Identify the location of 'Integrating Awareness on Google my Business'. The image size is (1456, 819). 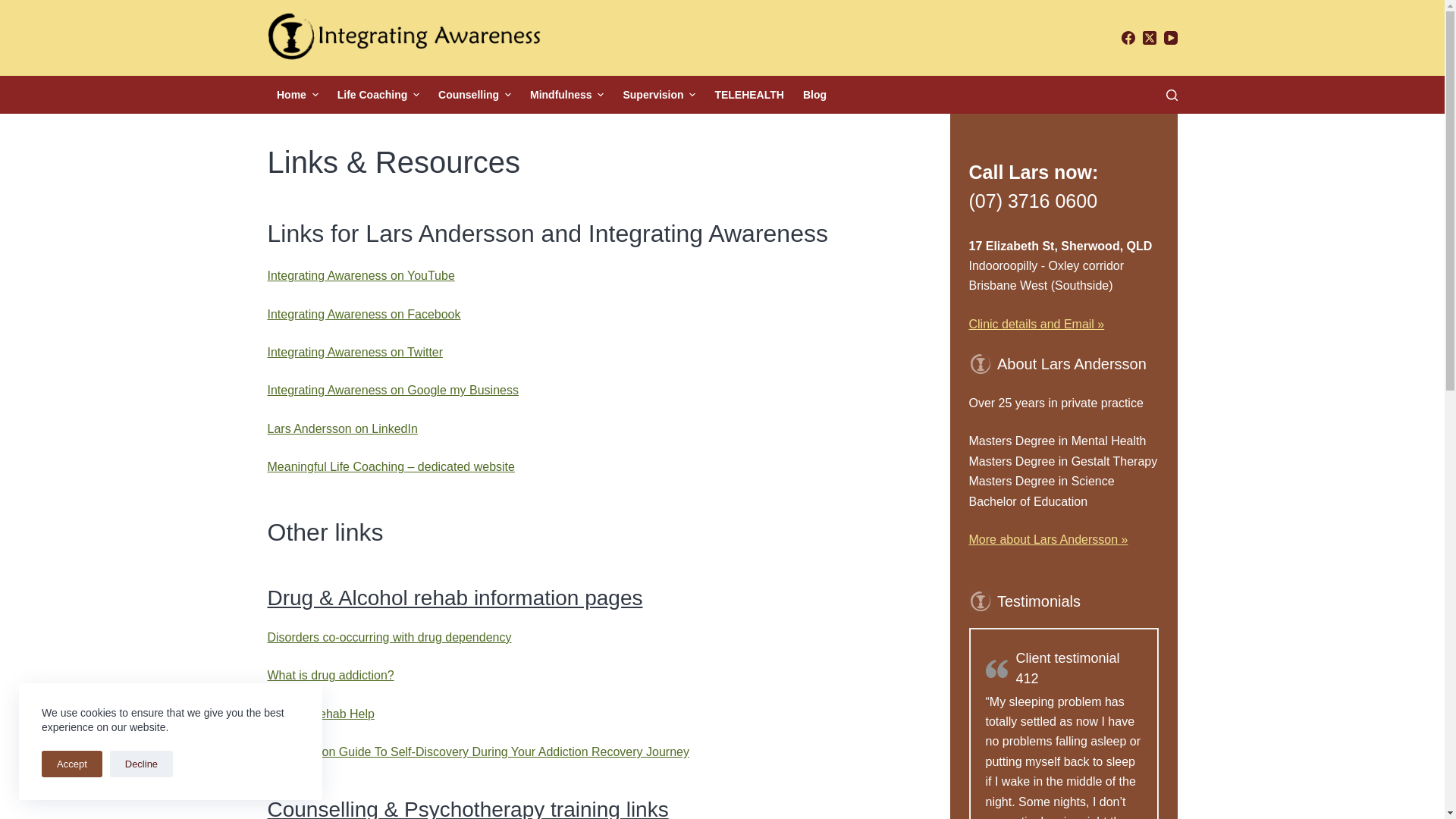
(392, 389).